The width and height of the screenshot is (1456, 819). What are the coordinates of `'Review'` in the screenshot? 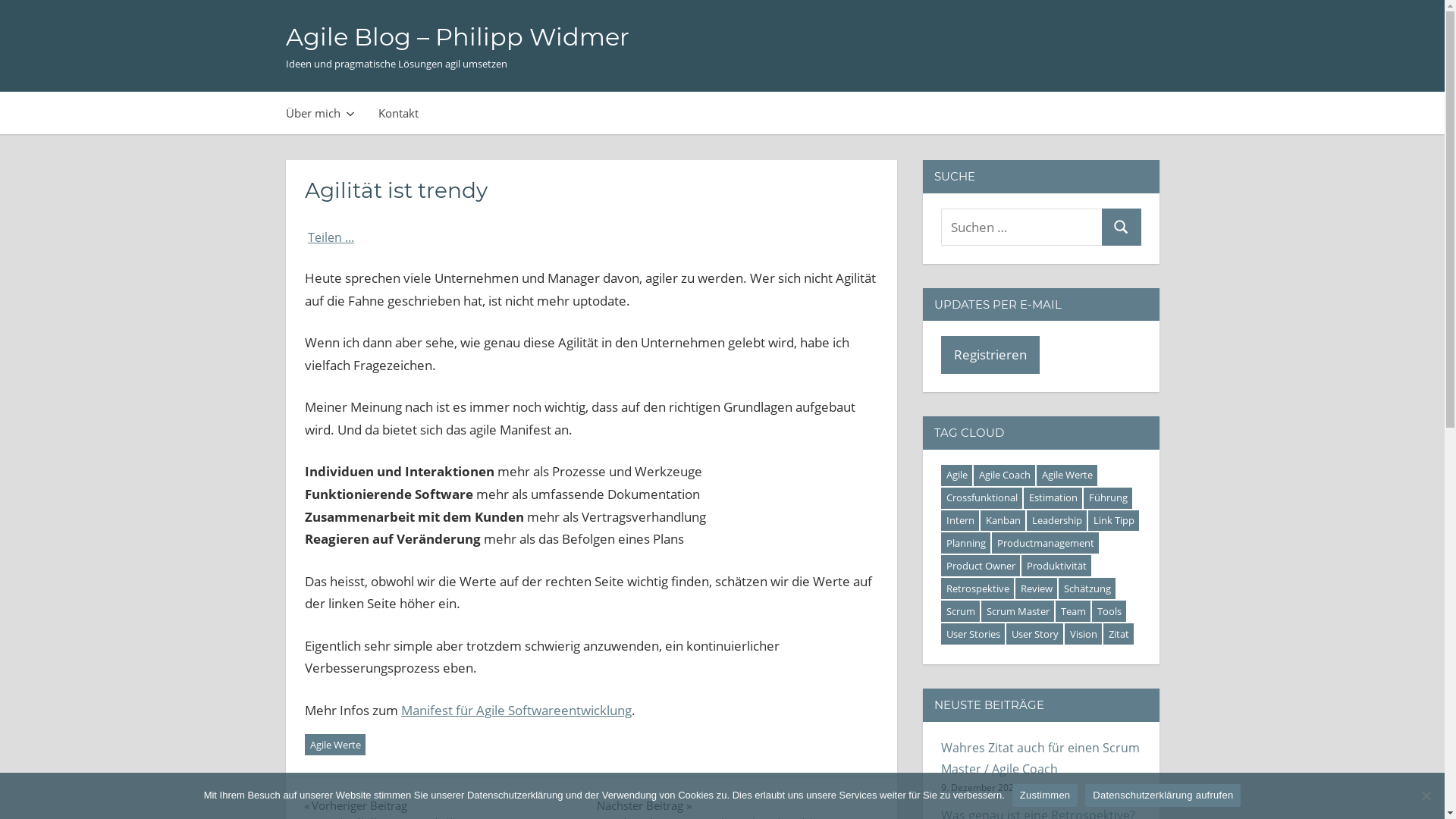 It's located at (1035, 587).